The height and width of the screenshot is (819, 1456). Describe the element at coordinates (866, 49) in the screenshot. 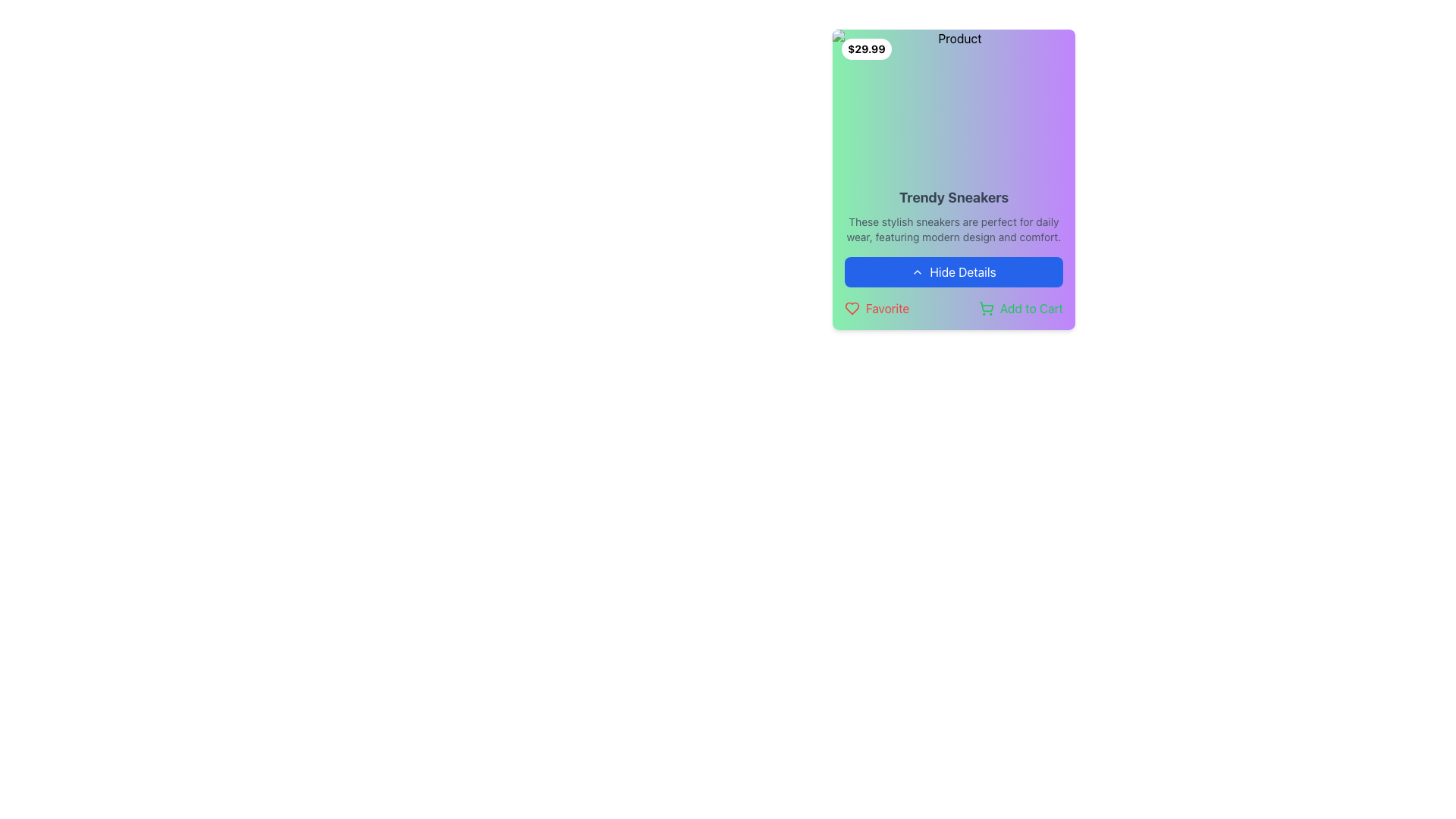

I see `the static label displaying the price '$29.99' with a black bold font on a white background, located at the top-left corner of the gradient card interface` at that location.